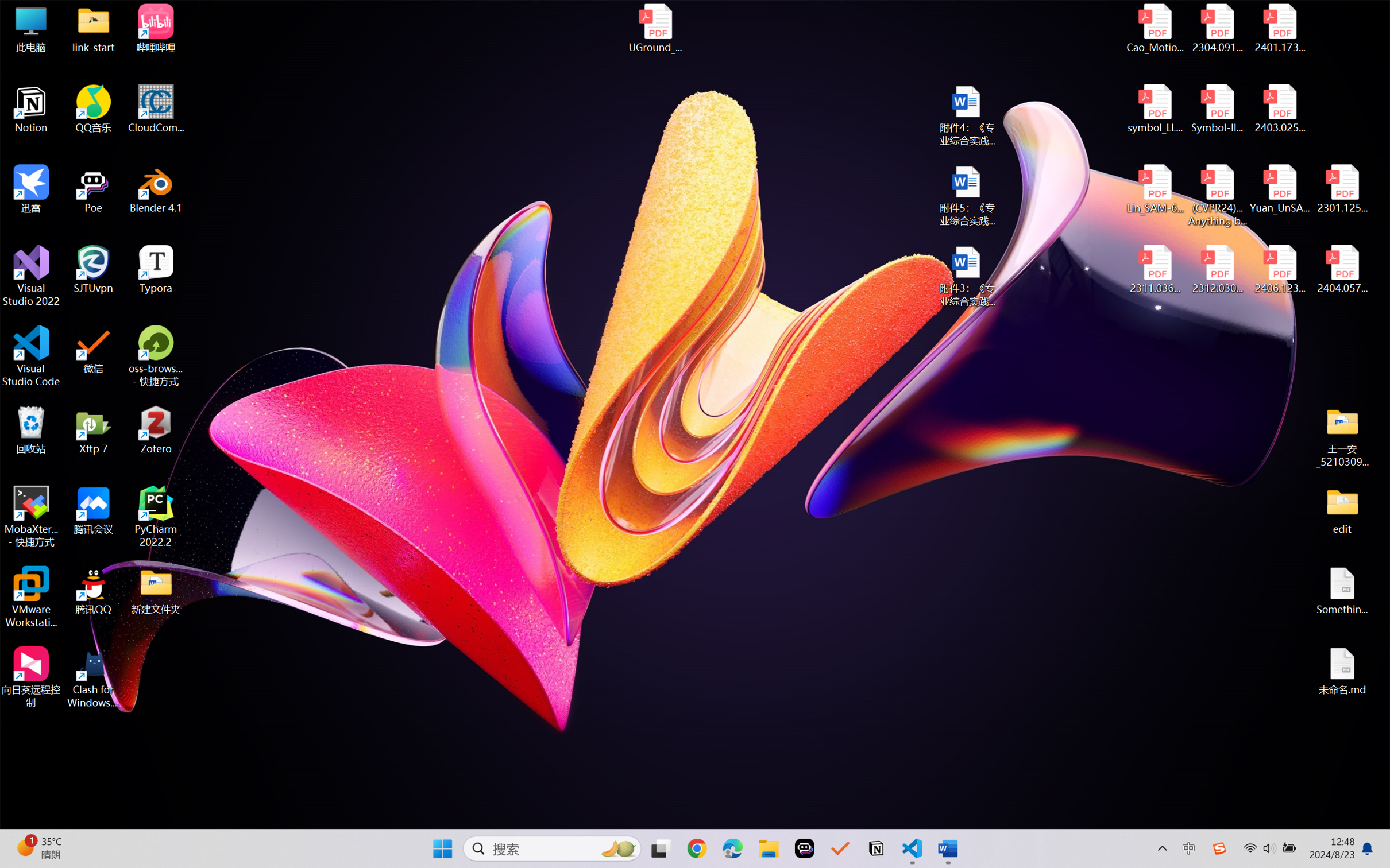 This screenshot has width=1390, height=868. What do you see at coordinates (1279, 109) in the screenshot?
I see `'2403.02502v1.pdf'` at bounding box center [1279, 109].